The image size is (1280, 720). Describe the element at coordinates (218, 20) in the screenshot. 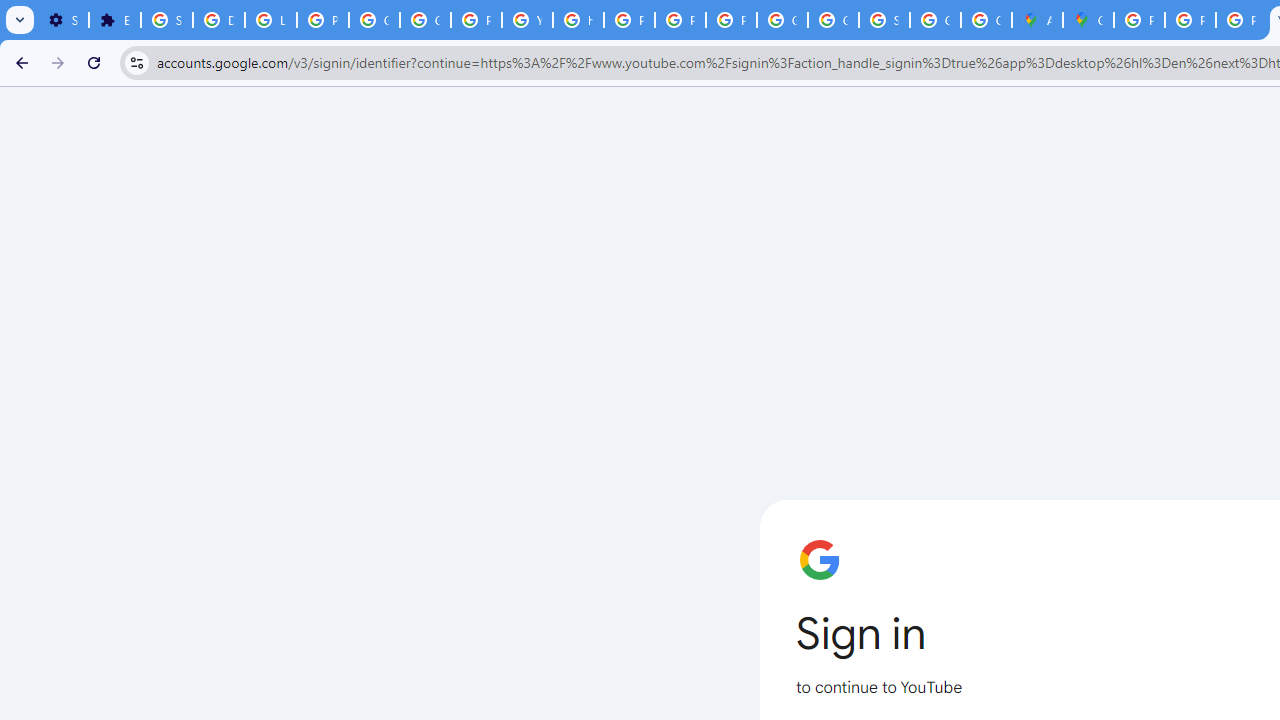

I see `'Delete photos & videos - Computer - Google Photos Help'` at that location.